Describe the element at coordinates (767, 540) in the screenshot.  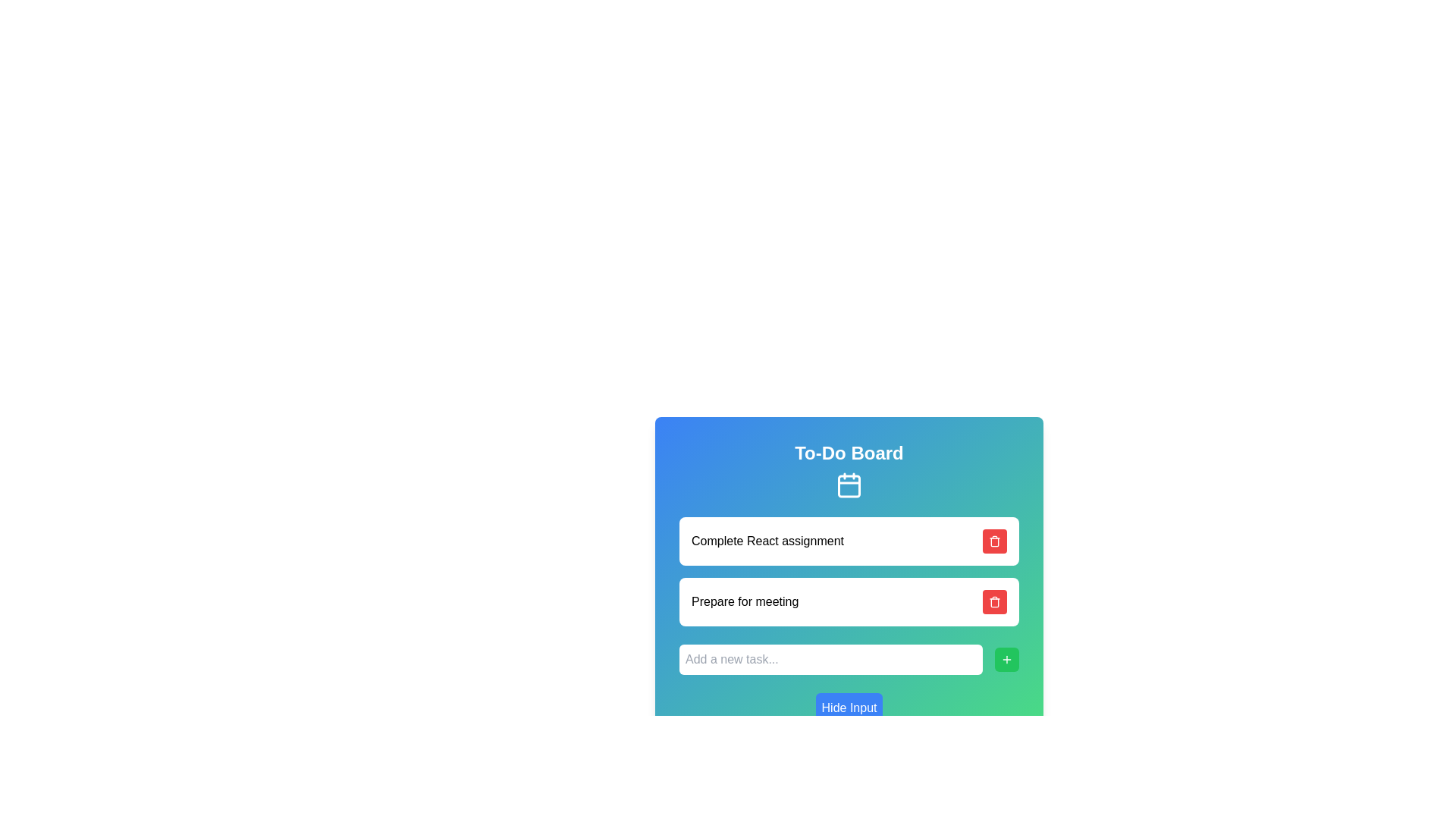
I see `the text element reading 'Complete React assignment' located in the upper task list section of the 'To-Do Board' interface` at that location.